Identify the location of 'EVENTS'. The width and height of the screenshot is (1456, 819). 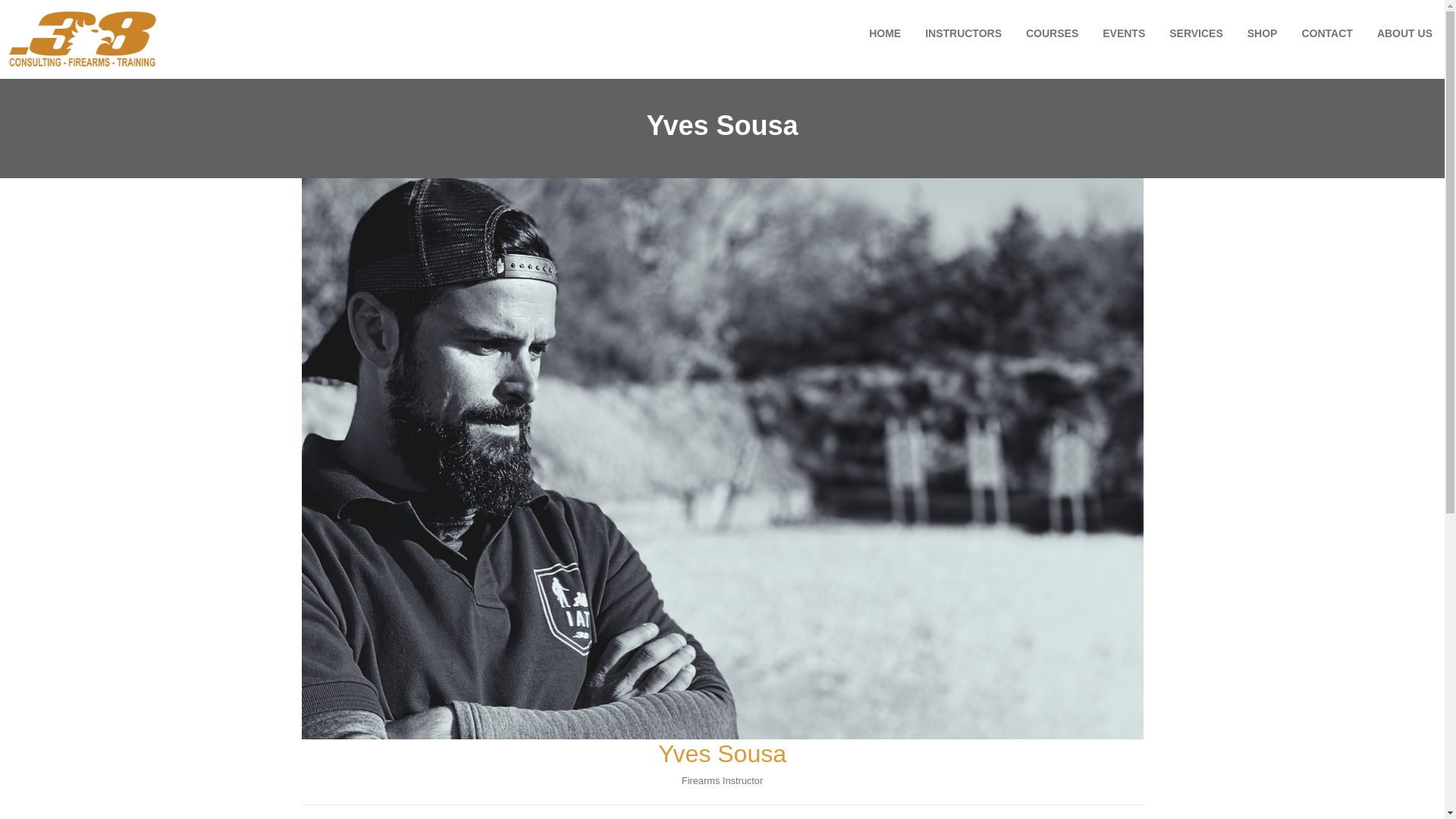
(1124, 33).